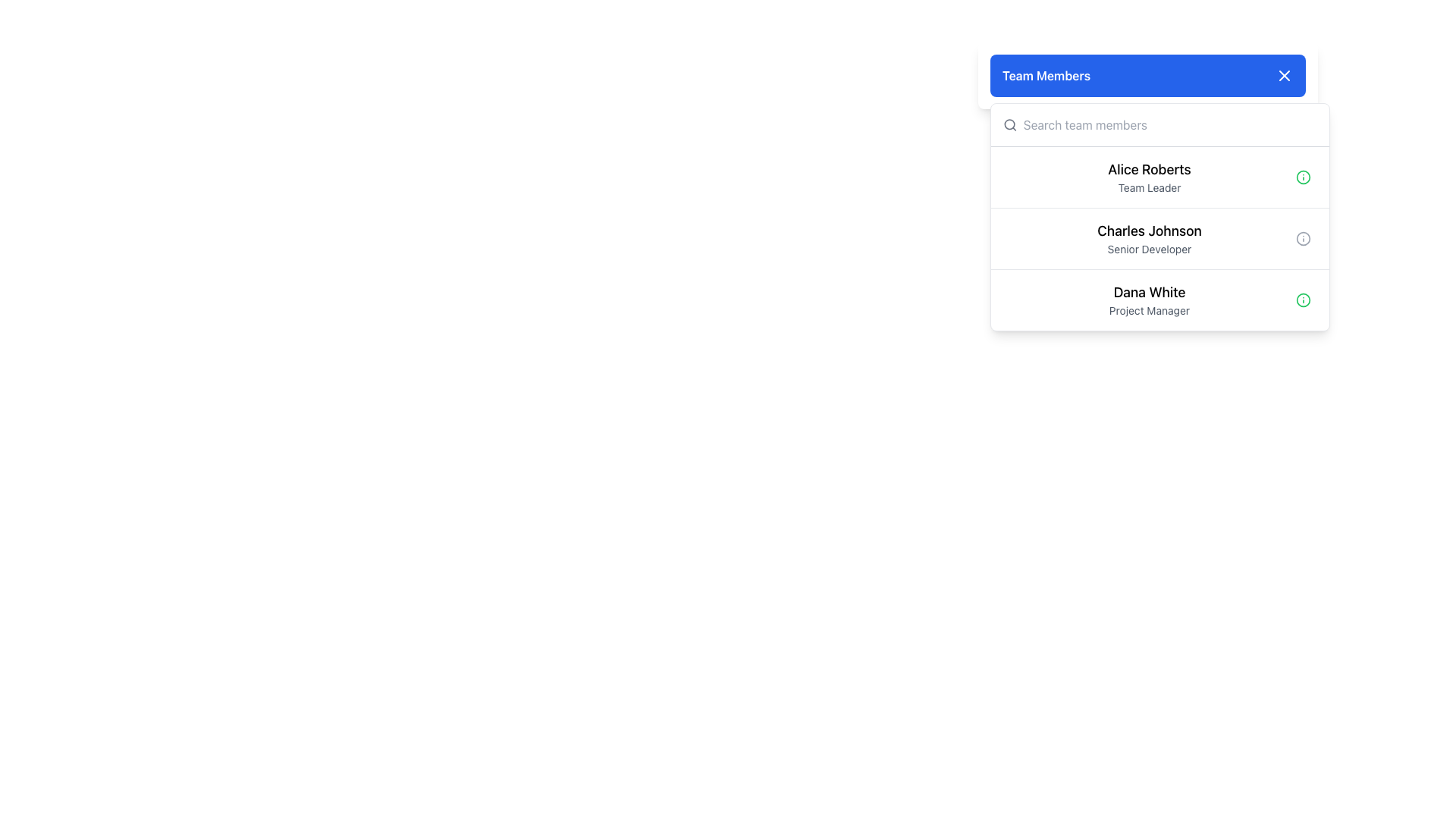 The image size is (1456, 819). Describe the element at coordinates (1150, 292) in the screenshot. I see `the text element displaying 'Dana White', which is styled in black and located in the Team Members section under the role 'Project Manager'` at that location.